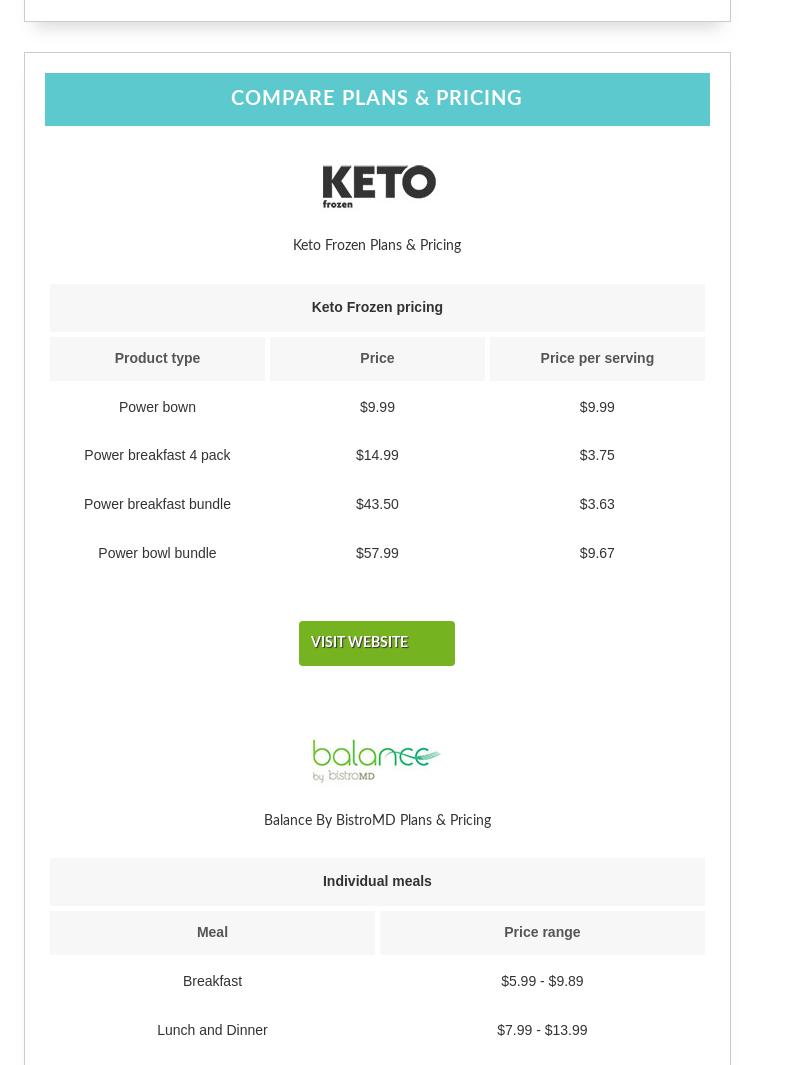 The height and width of the screenshot is (1065, 800). Describe the element at coordinates (212, 980) in the screenshot. I see `'Breakfast'` at that location.